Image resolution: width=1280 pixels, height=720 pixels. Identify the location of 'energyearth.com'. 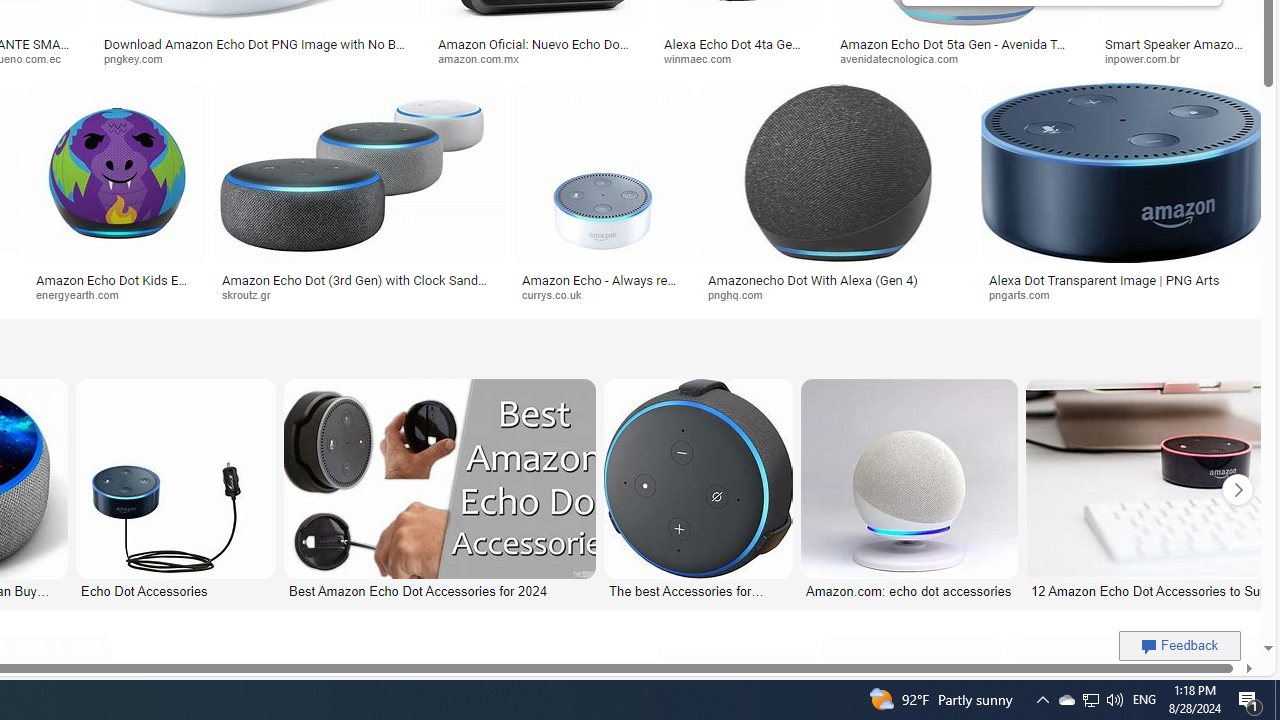
(116, 295).